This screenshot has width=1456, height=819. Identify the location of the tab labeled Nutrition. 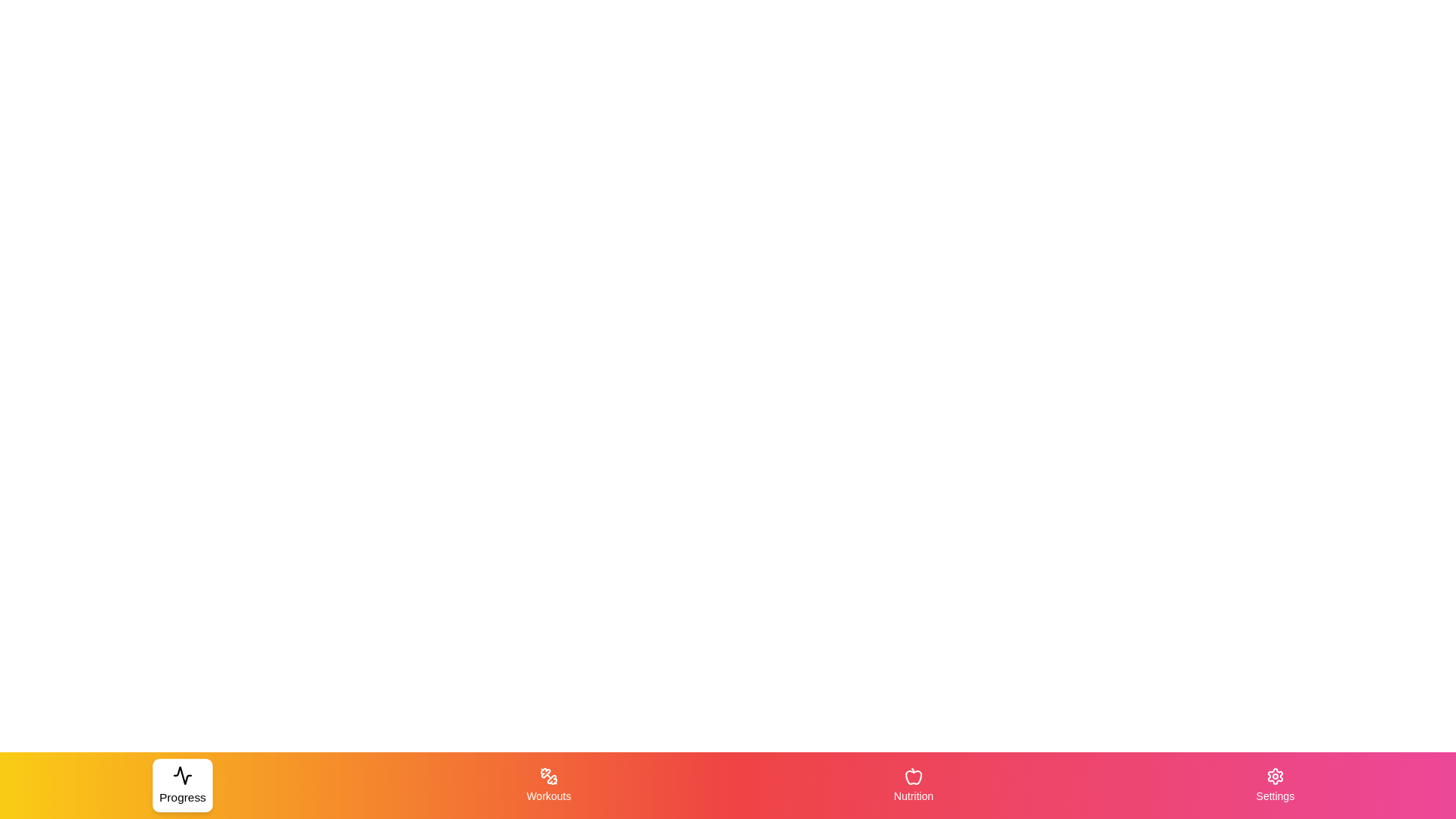
(912, 785).